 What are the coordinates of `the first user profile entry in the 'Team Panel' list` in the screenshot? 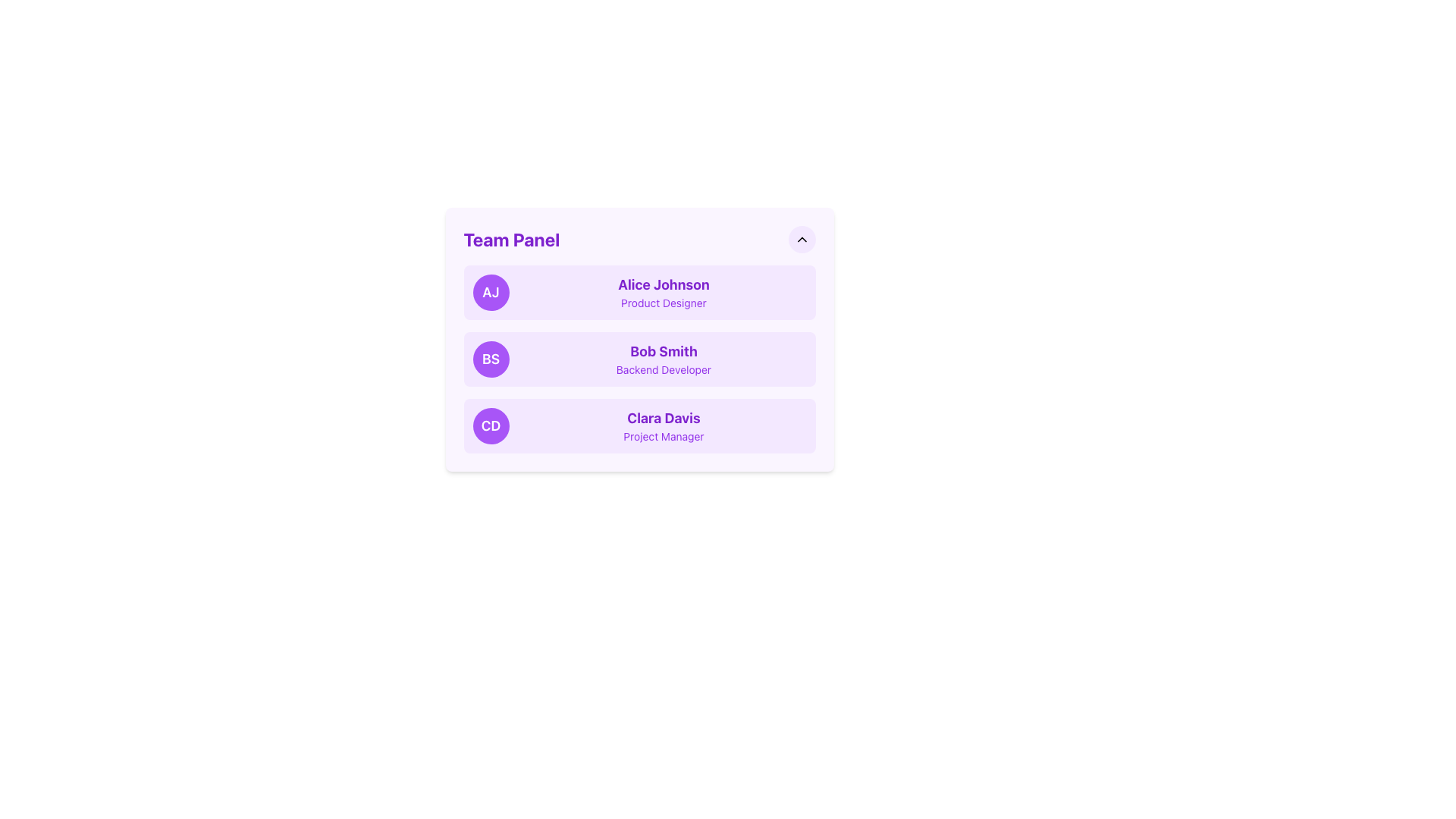 It's located at (639, 292).